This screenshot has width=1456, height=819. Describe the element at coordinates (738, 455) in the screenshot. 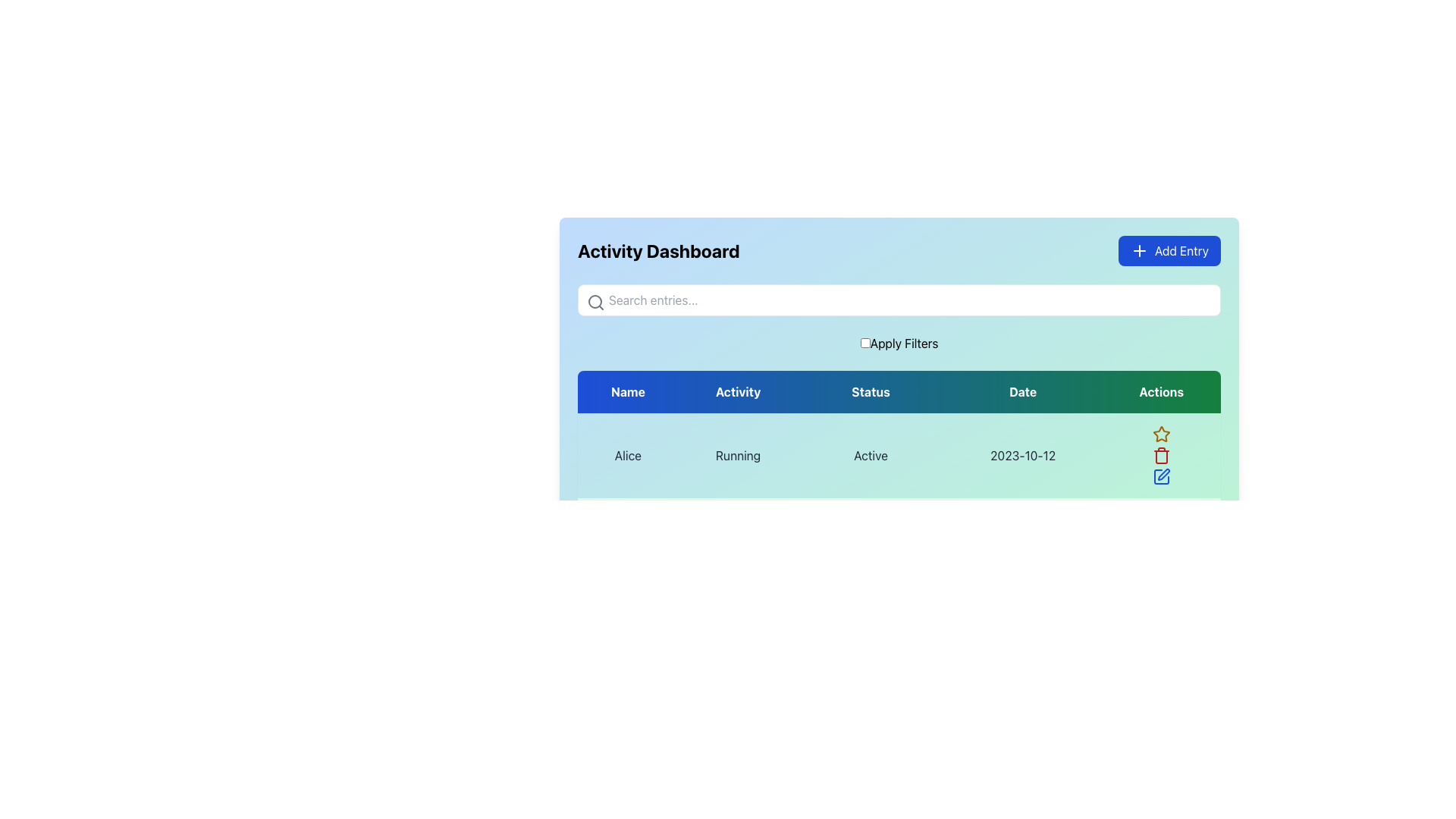

I see `the text label indicating the current activity of 'Alice', which displays 'Running', located in the 'Activity' column of the activity dashboard table` at that location.